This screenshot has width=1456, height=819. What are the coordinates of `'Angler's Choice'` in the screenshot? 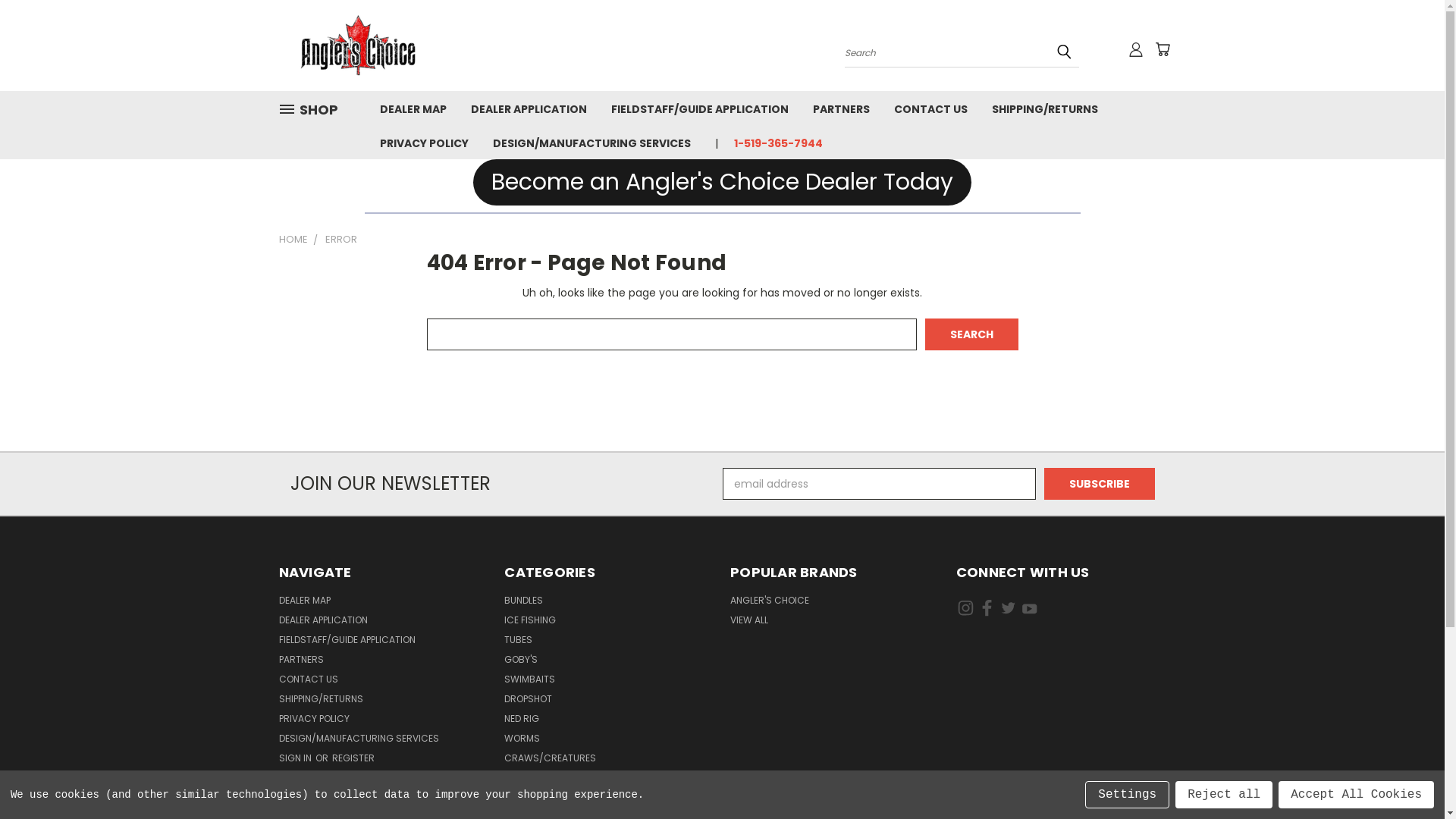 It's located at (279, 45).